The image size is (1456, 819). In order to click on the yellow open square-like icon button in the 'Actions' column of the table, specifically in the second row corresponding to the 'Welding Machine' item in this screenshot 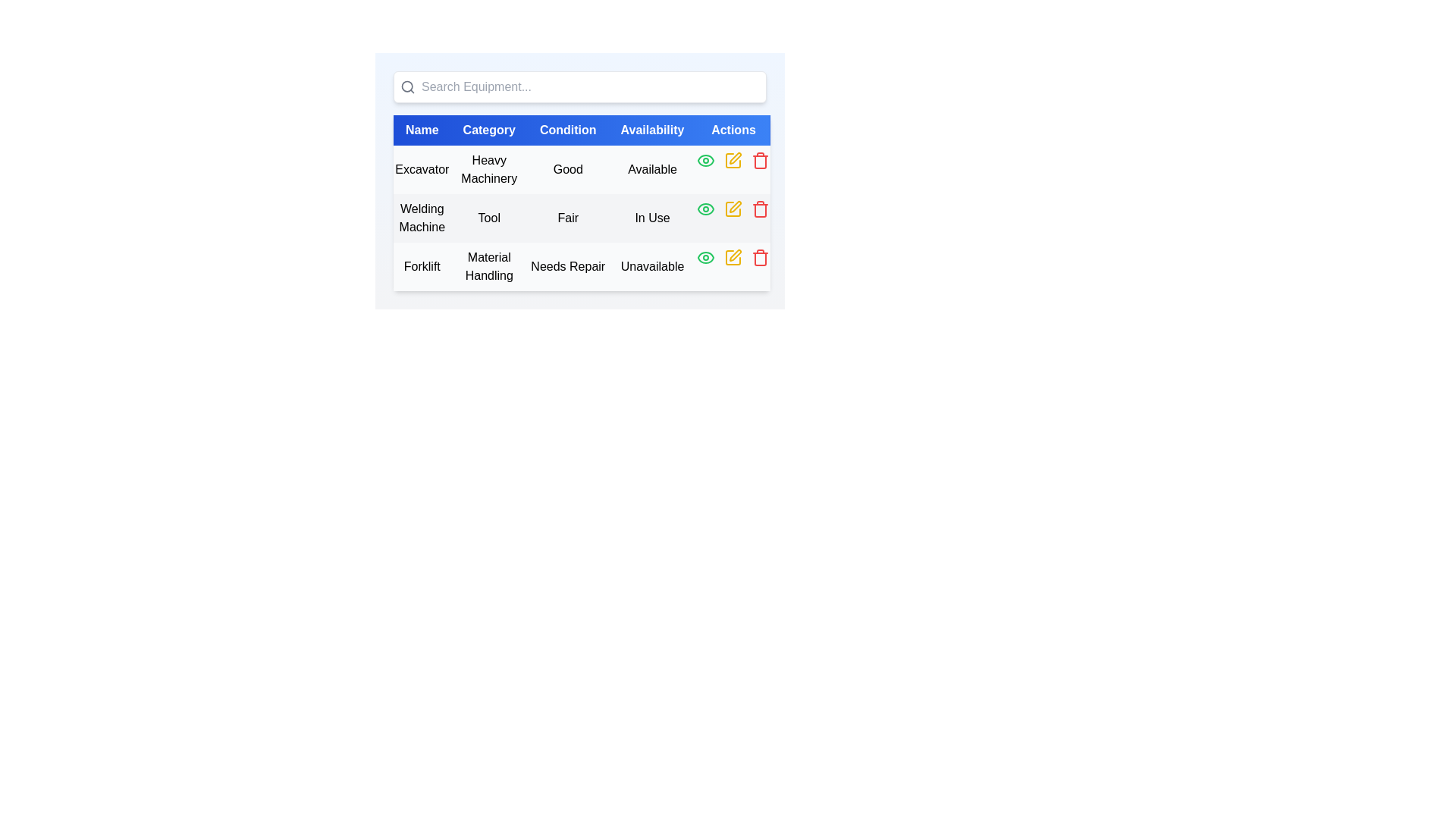, I will do `click(733, 209)`.